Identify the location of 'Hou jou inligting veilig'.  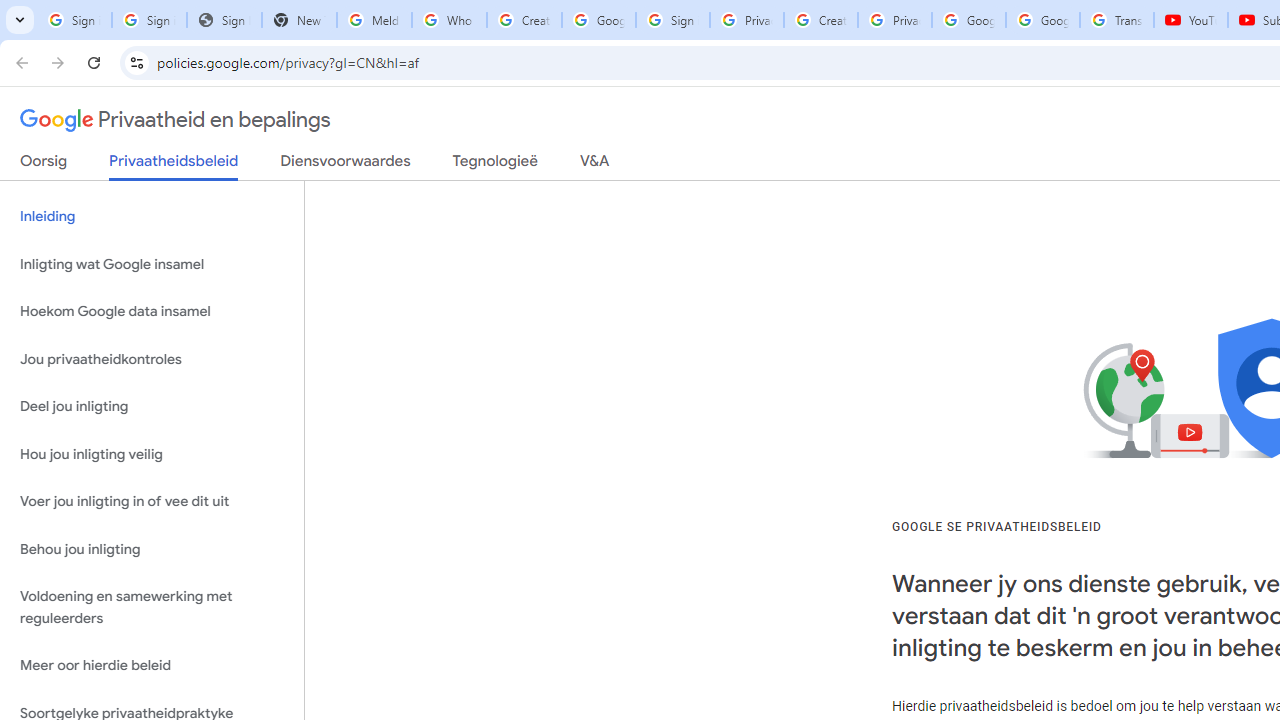
(151, 454).